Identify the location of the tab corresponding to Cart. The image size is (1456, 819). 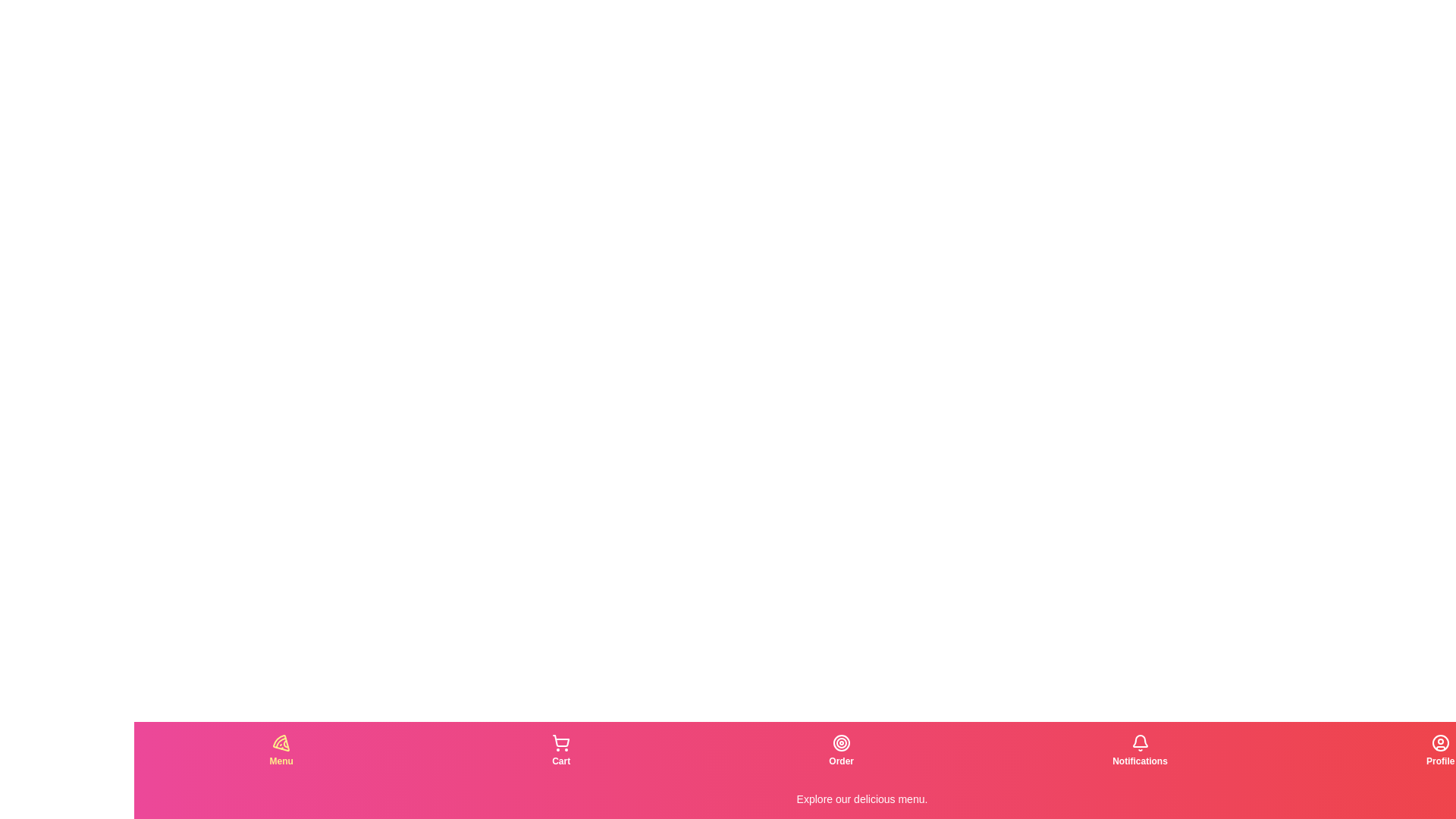
(560, 751).